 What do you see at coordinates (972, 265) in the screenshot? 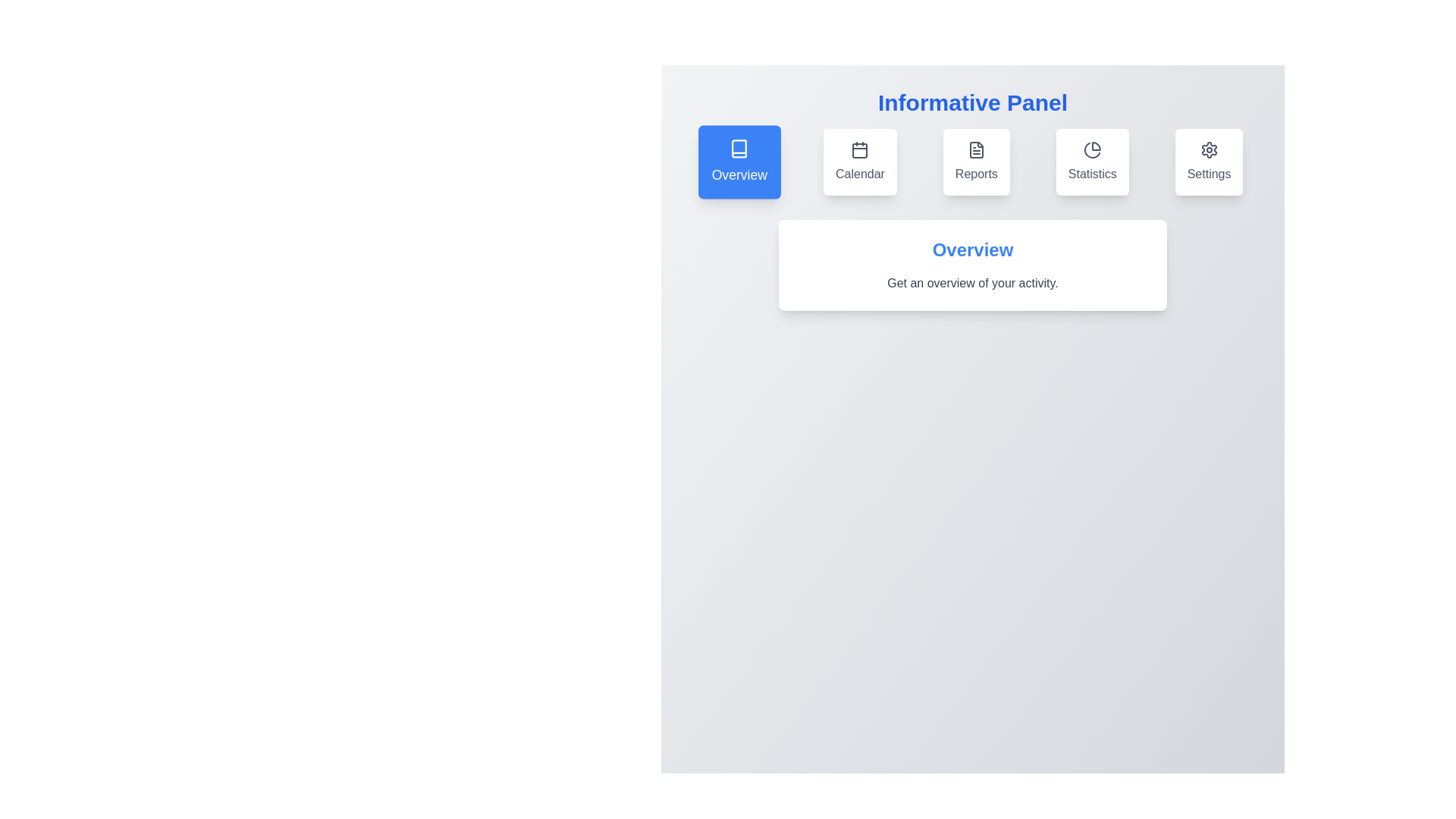
I see `the Information Panel which contains the title 'Overview' in blue and a description in gray, located centrally below the navigation icons` at bounding box center [972, 265].